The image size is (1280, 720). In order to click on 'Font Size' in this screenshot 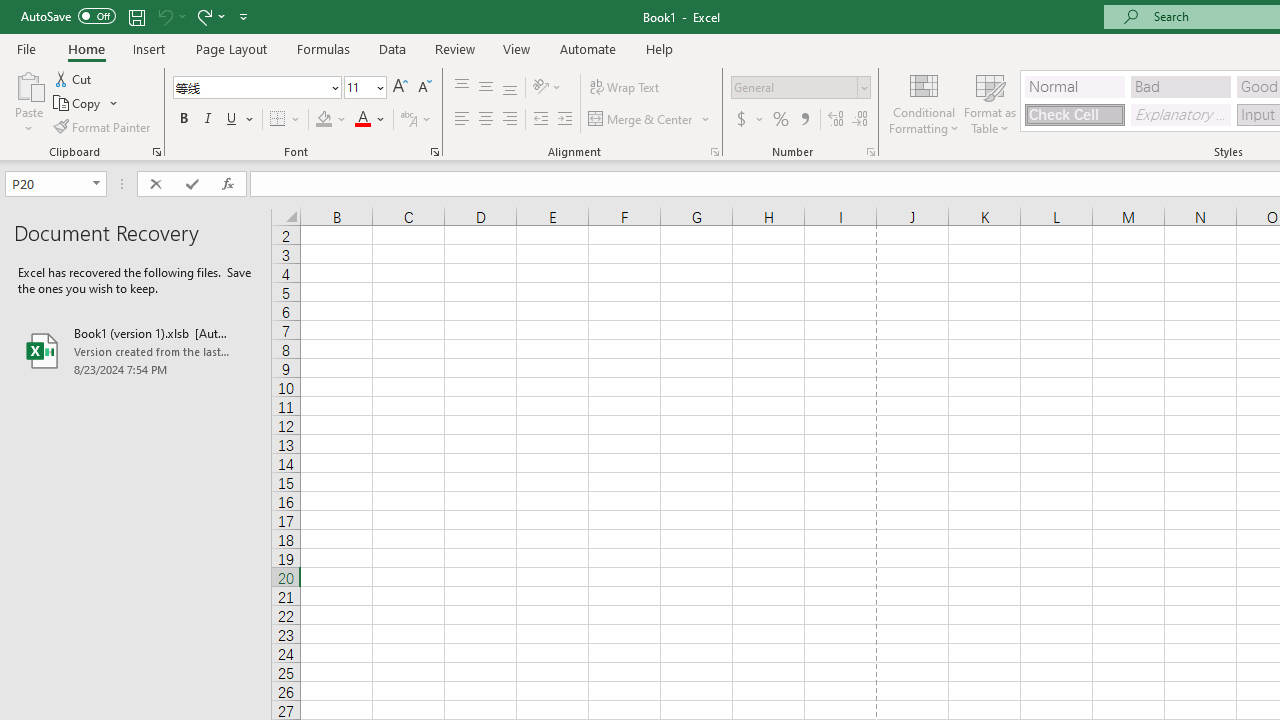, I will do `click(365, 86)`.